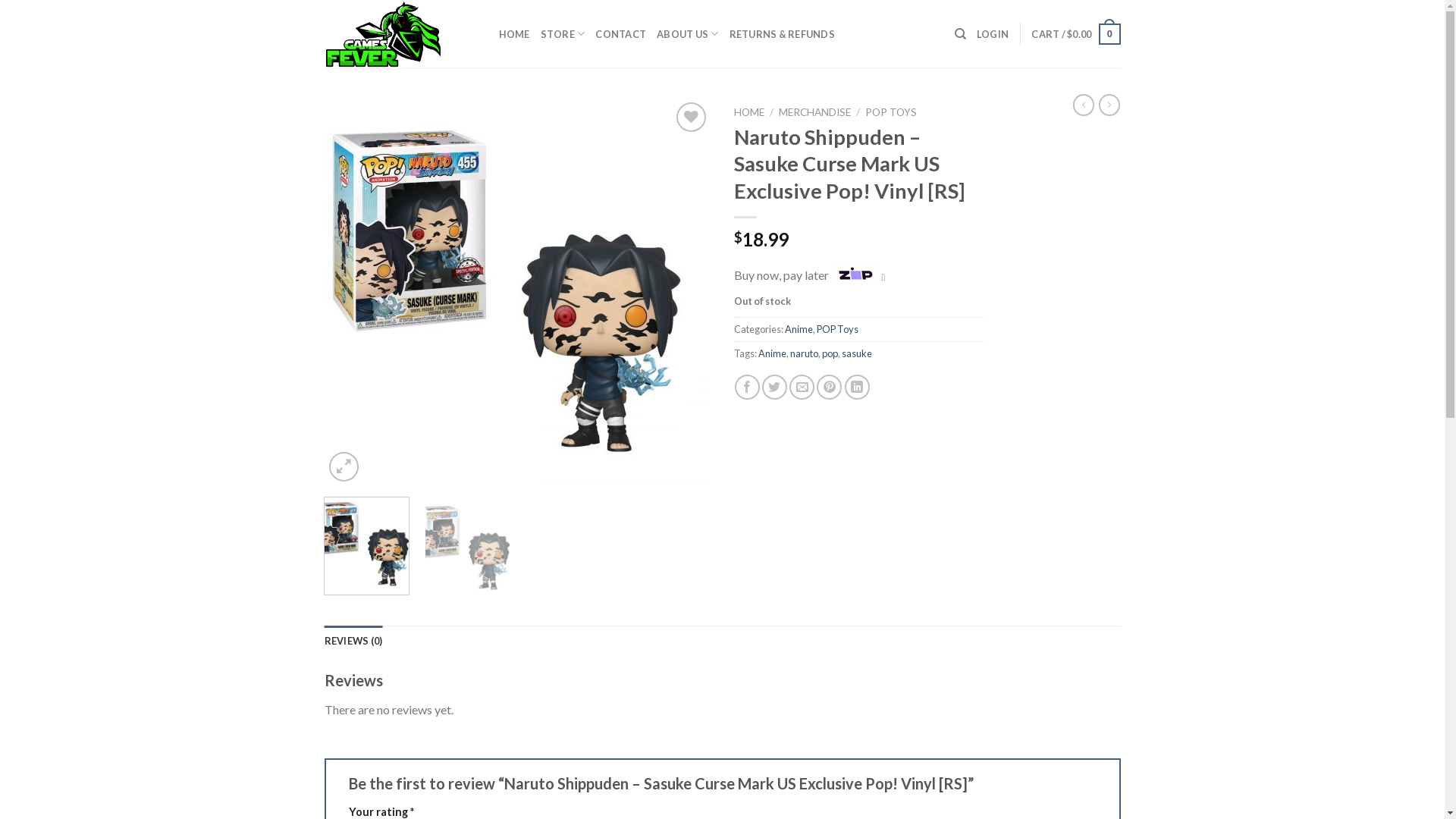  I want to click on 'LOGIN', so click(993, 34).